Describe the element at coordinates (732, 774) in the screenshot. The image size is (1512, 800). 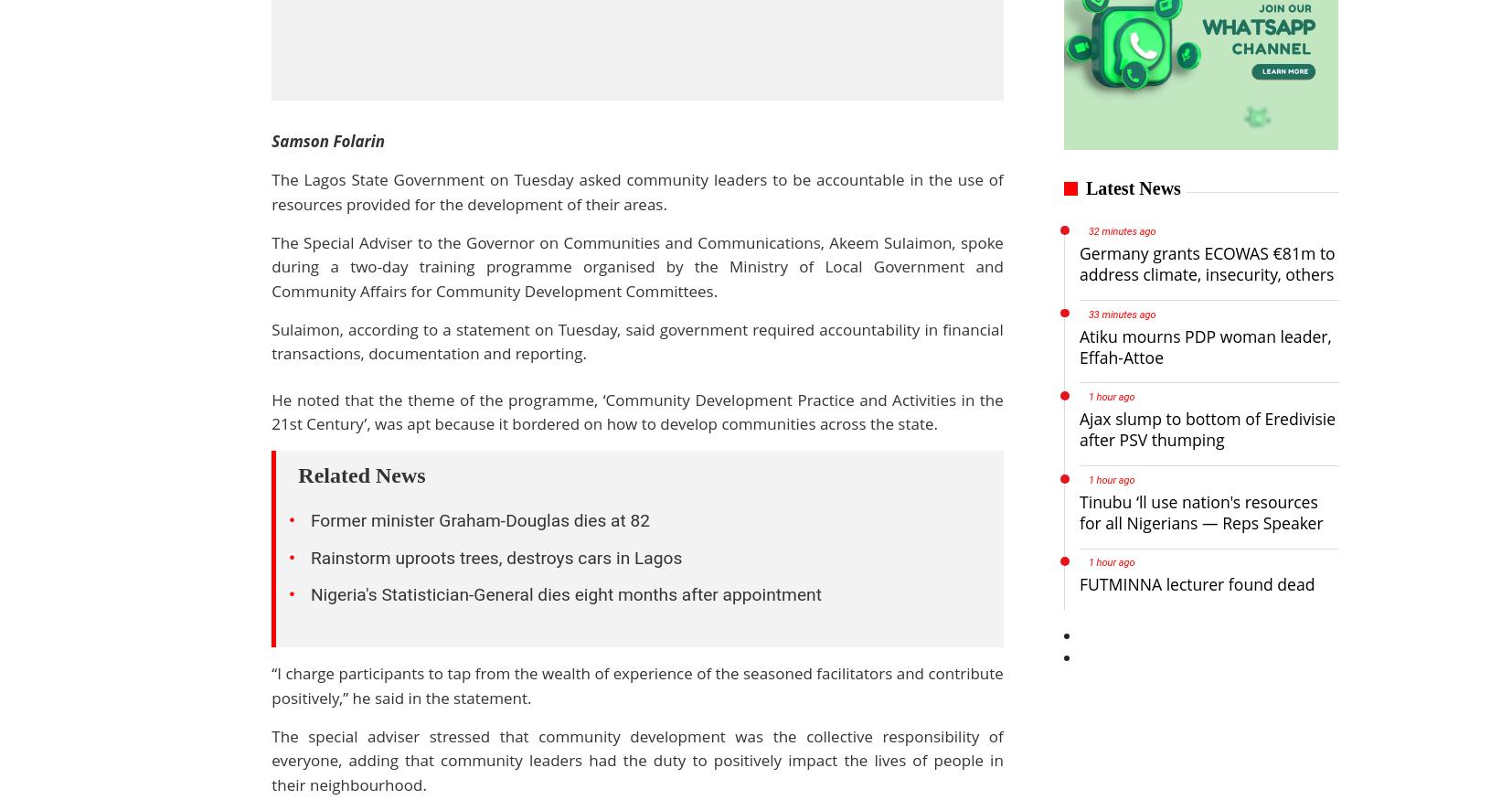
I see `'Spice'` at that location.